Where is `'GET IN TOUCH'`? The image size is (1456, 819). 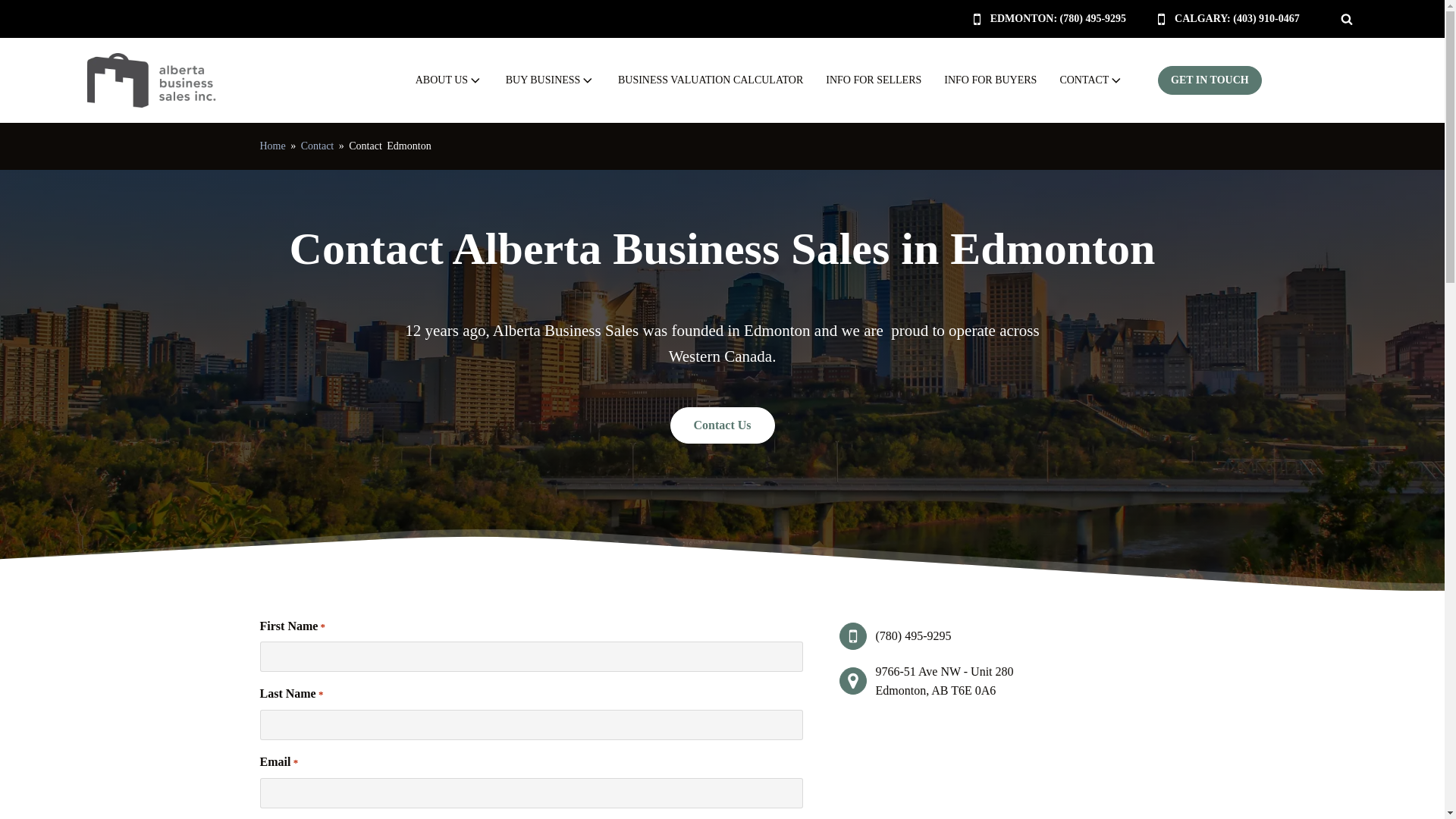 'GET IN TOUCH' is located at coordinates (1209, 80).